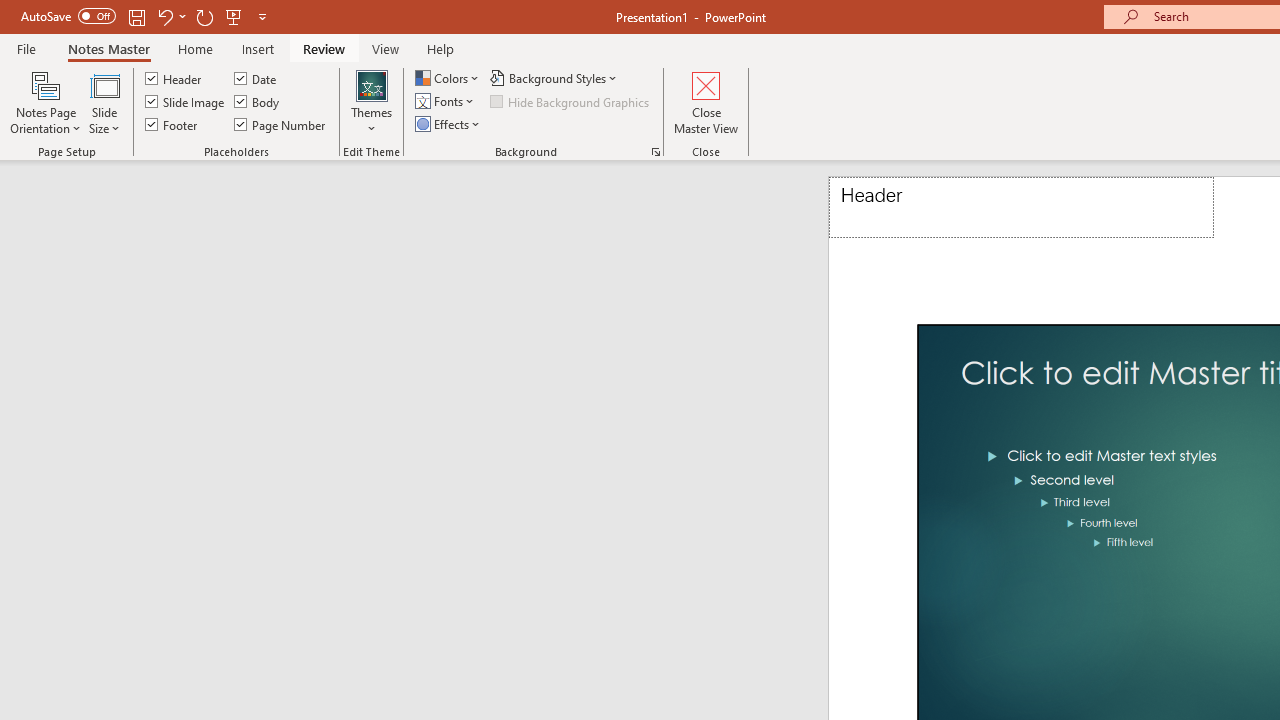 The width and height of the screenshot is (1280, 720). Describe the element at coordinates (1021, 207) in the screenshot. I see `'Header'` at that location.